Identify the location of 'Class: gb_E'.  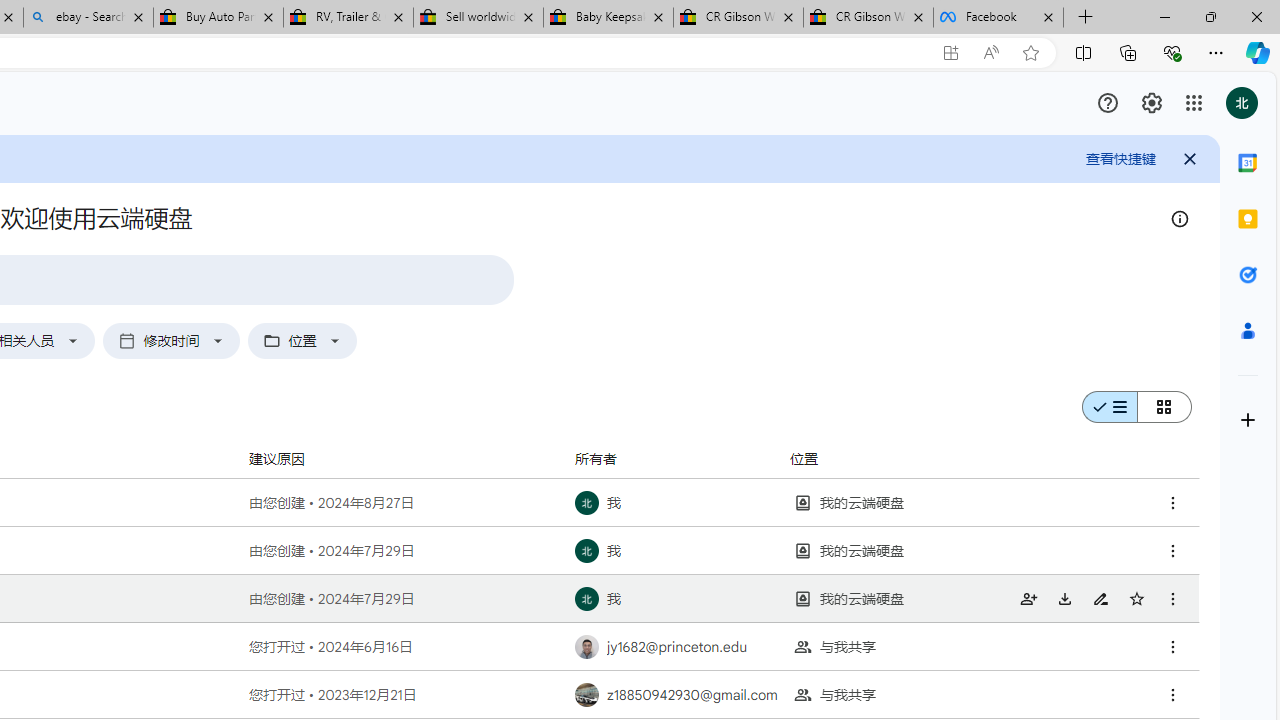
(1193, 102).